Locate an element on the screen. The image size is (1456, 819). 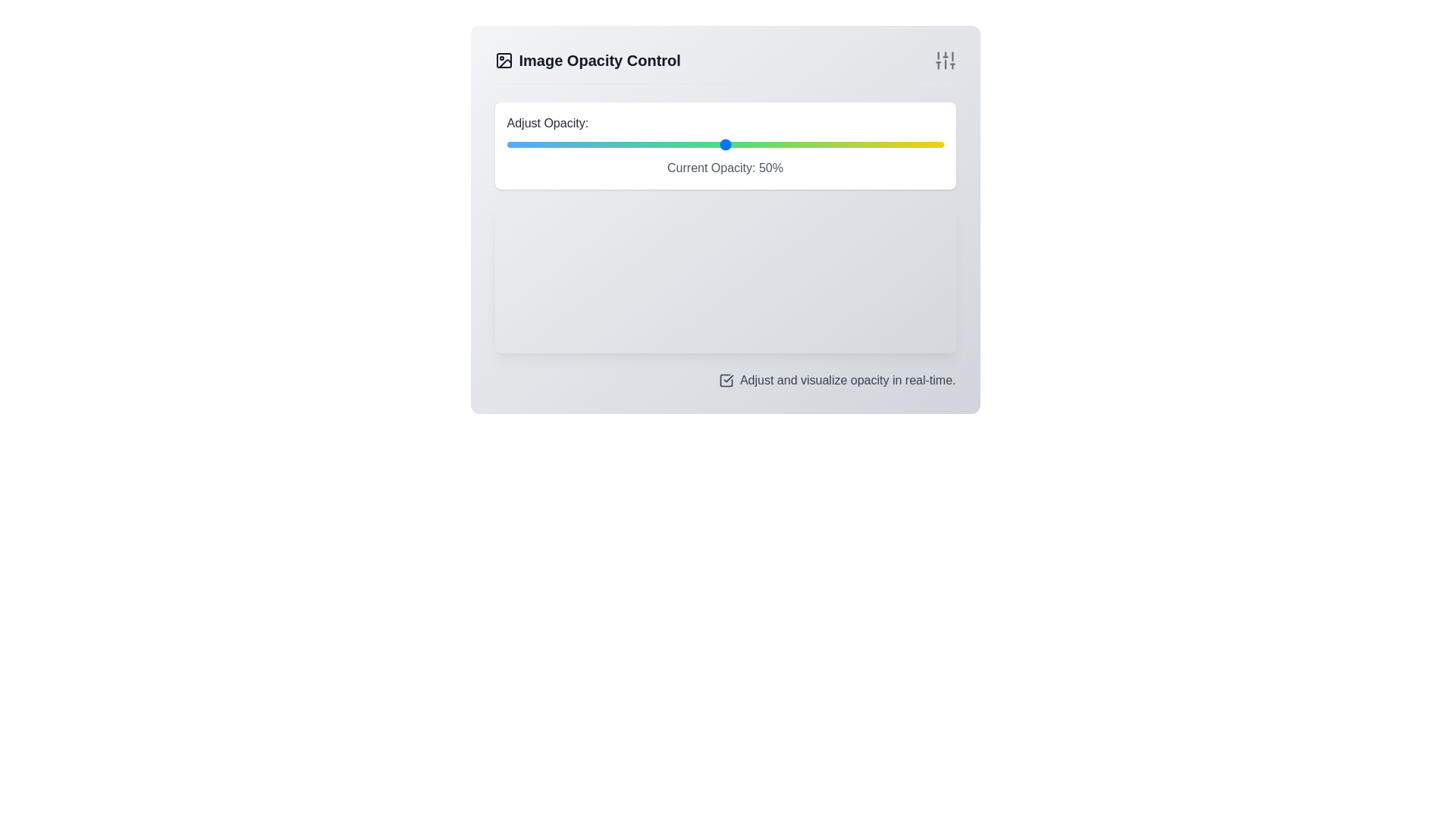
the opacity is located at coordinates (833, 145).